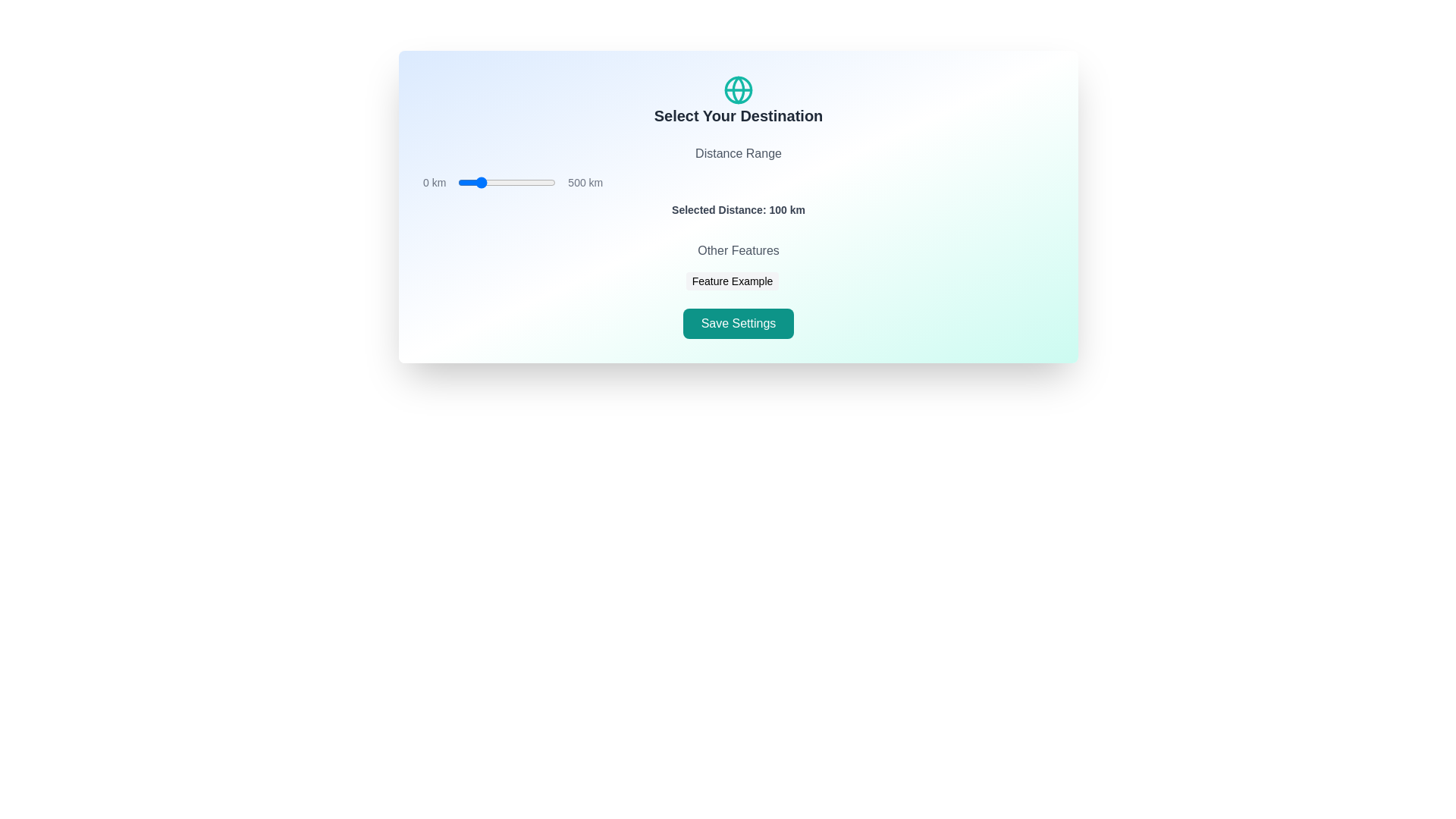 The height and width of the screenshot is (819, 1456). I want to click on the distance range slider to set the distance to 149 km, so click(487, 181).